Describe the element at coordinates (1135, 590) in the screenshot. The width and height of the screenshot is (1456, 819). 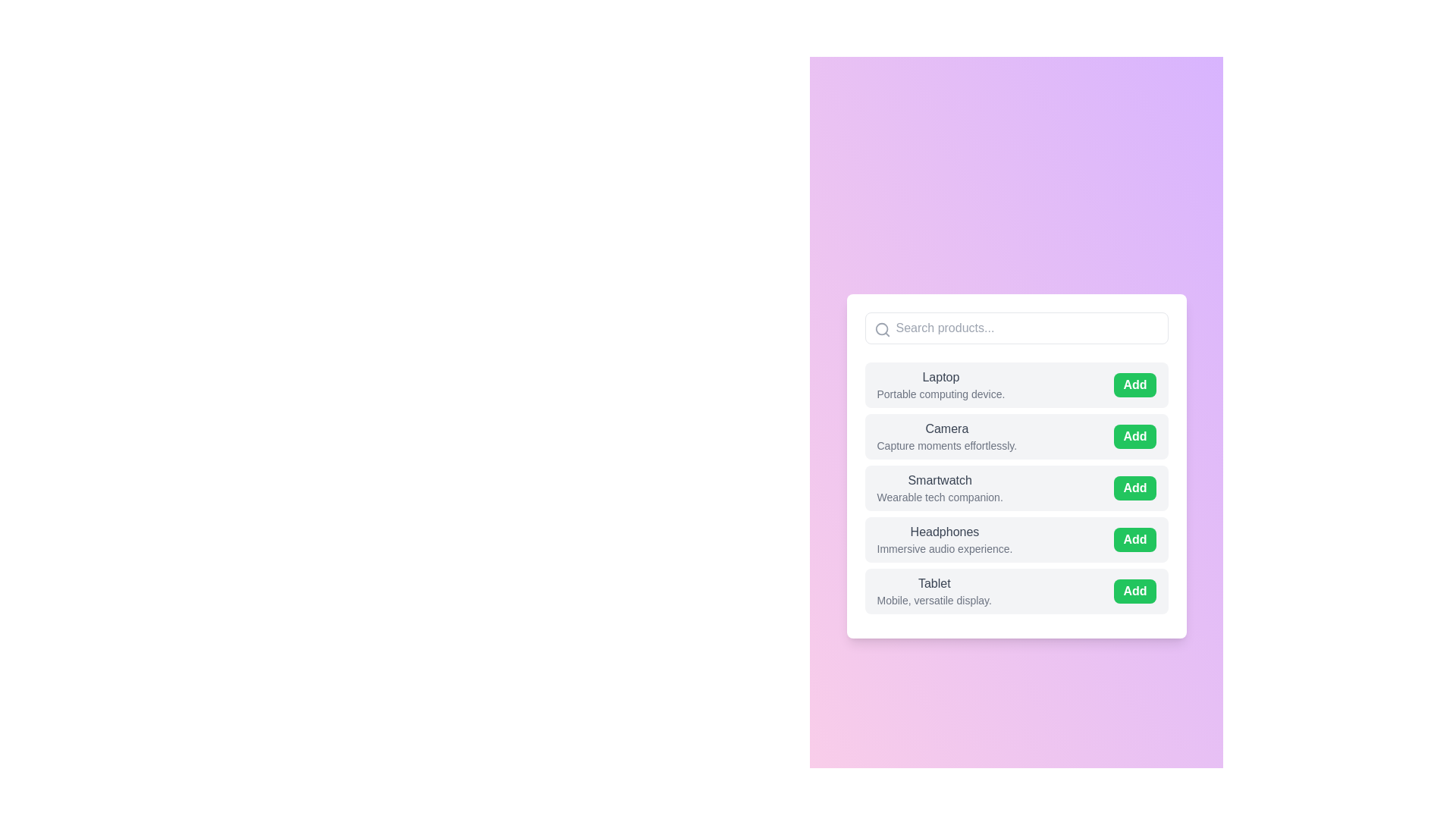
I see `the green button with the bold, white text 'Add' for accessibility` at that location.